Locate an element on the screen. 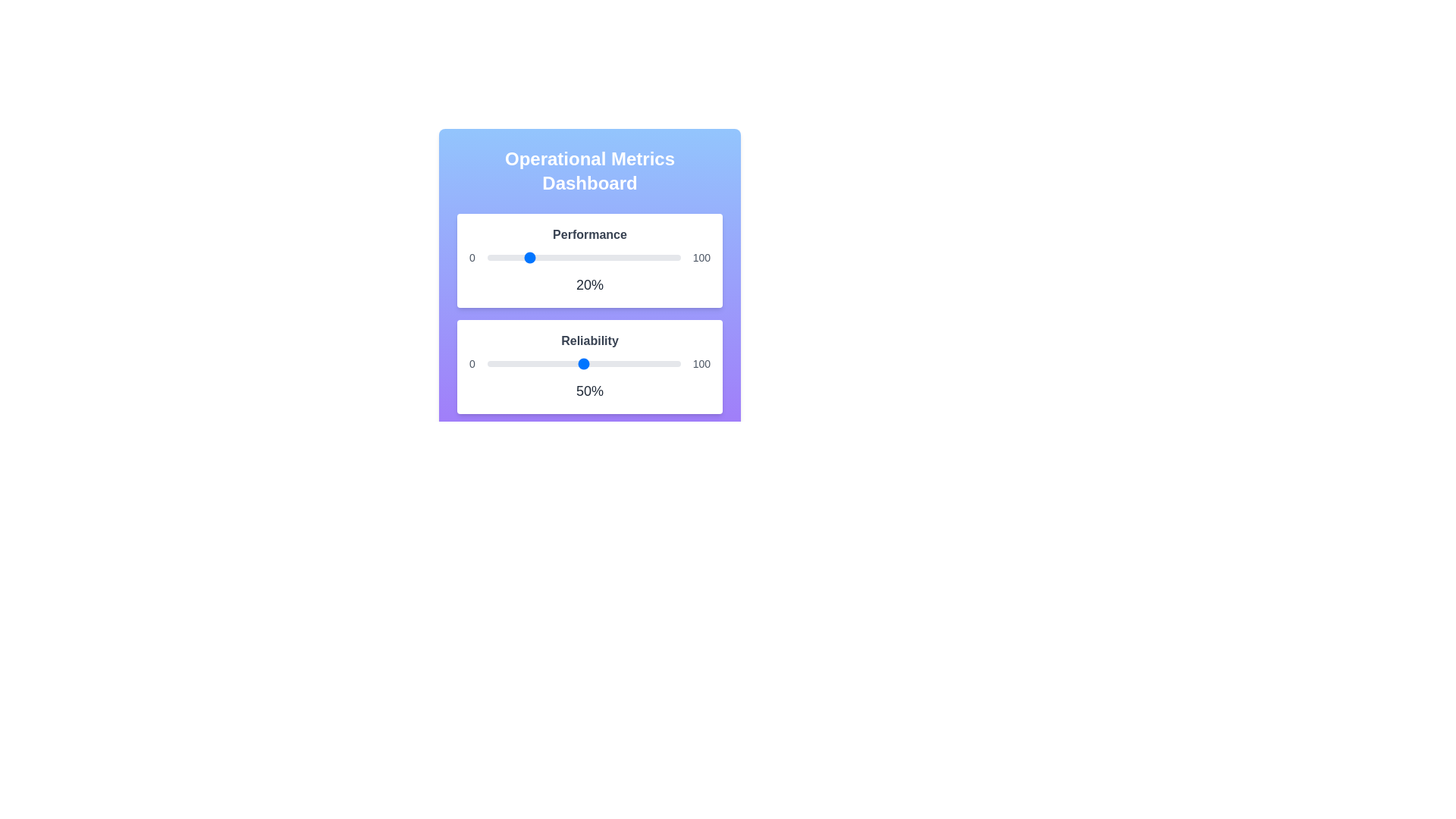 This screenshot has width=1456, height=819. the slider value is located at coordinates (678, 256).